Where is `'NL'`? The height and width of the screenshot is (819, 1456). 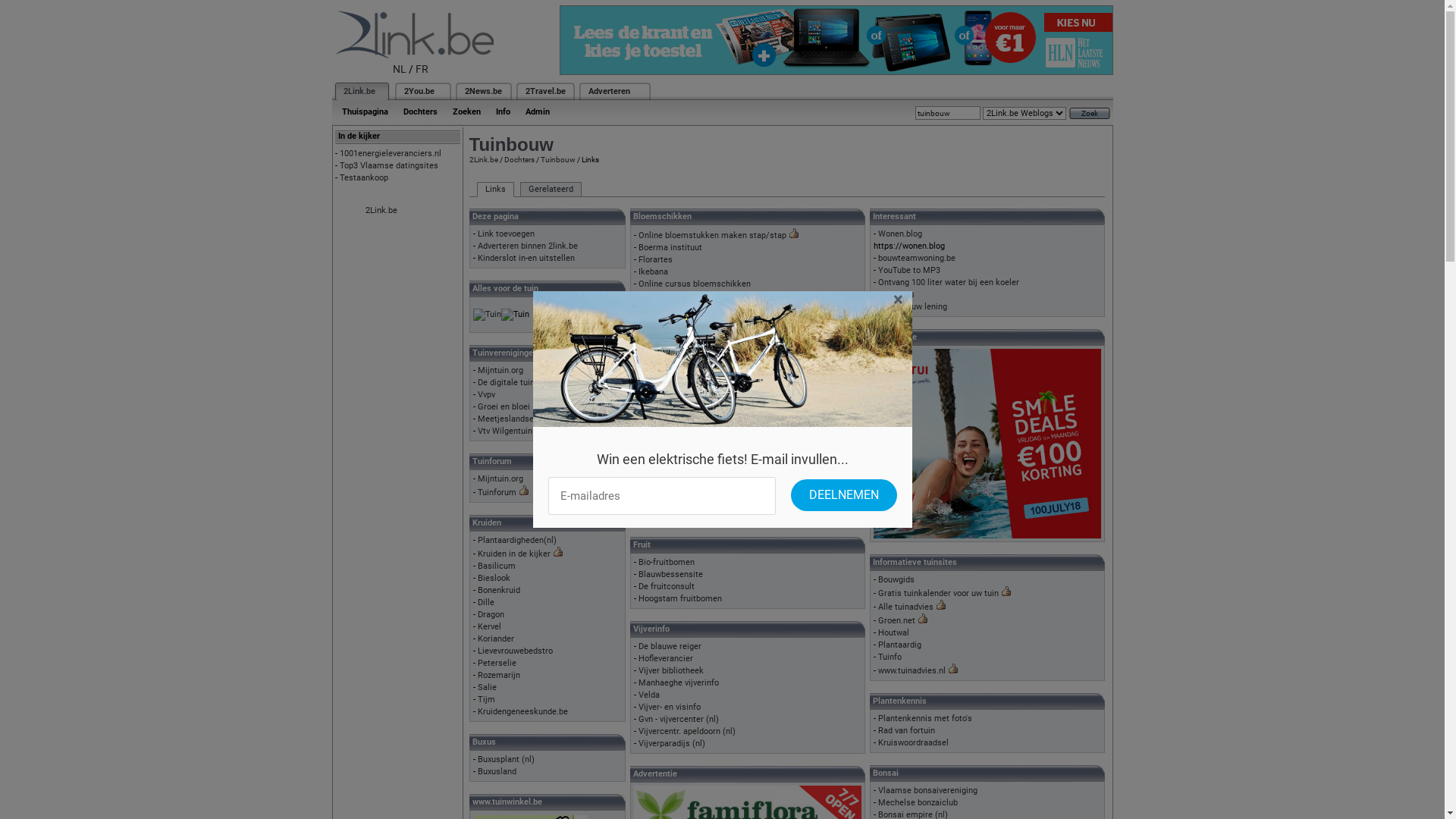 'NL' is located at coordinates (400, 69).